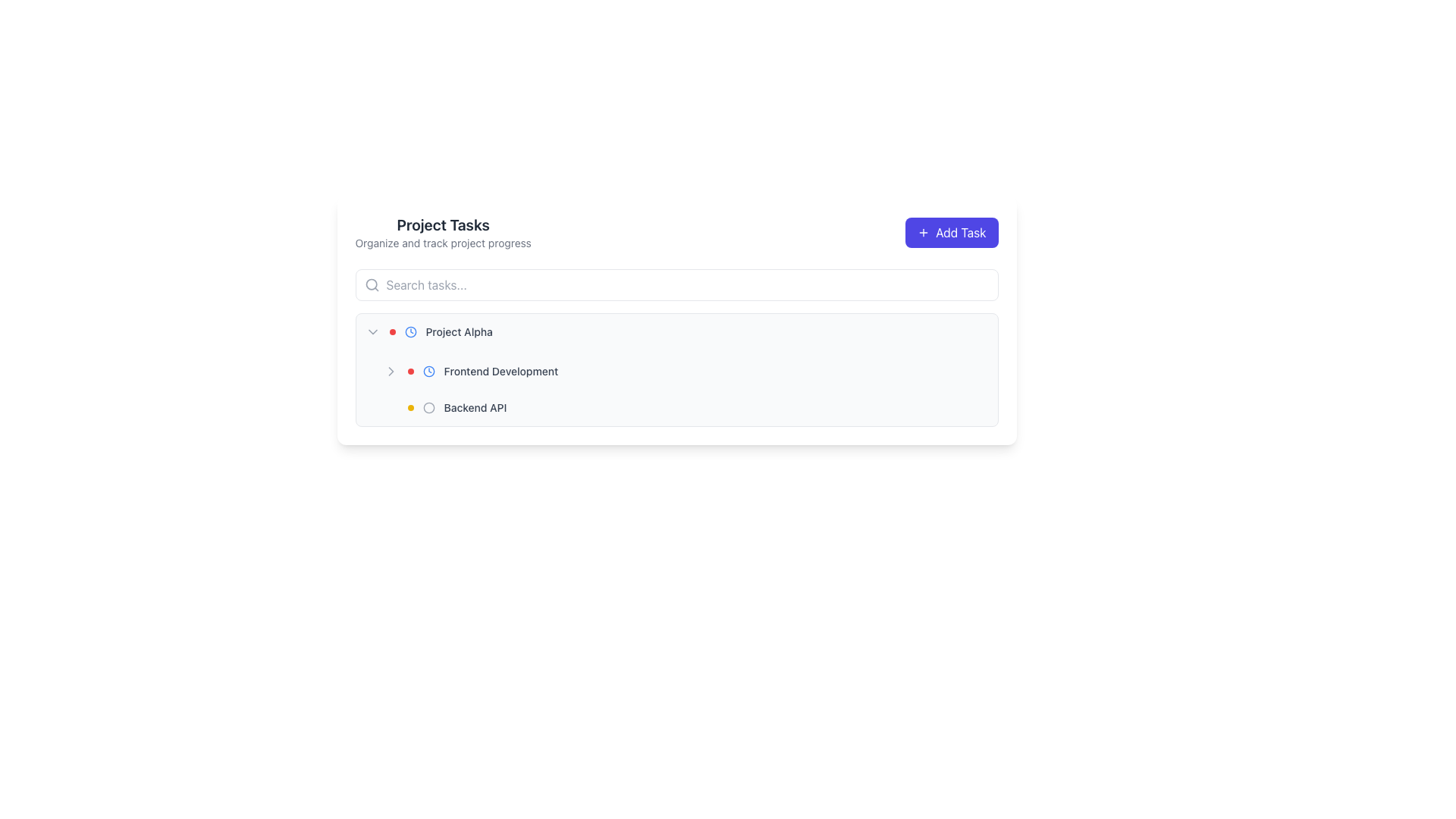  What do you see at coordinates (442, 233) in the screenshot?
I see `the text element titled 'Project Tasks' which includes the subtitle 'Organize and track project progress'` at bounding box center [442, 233].